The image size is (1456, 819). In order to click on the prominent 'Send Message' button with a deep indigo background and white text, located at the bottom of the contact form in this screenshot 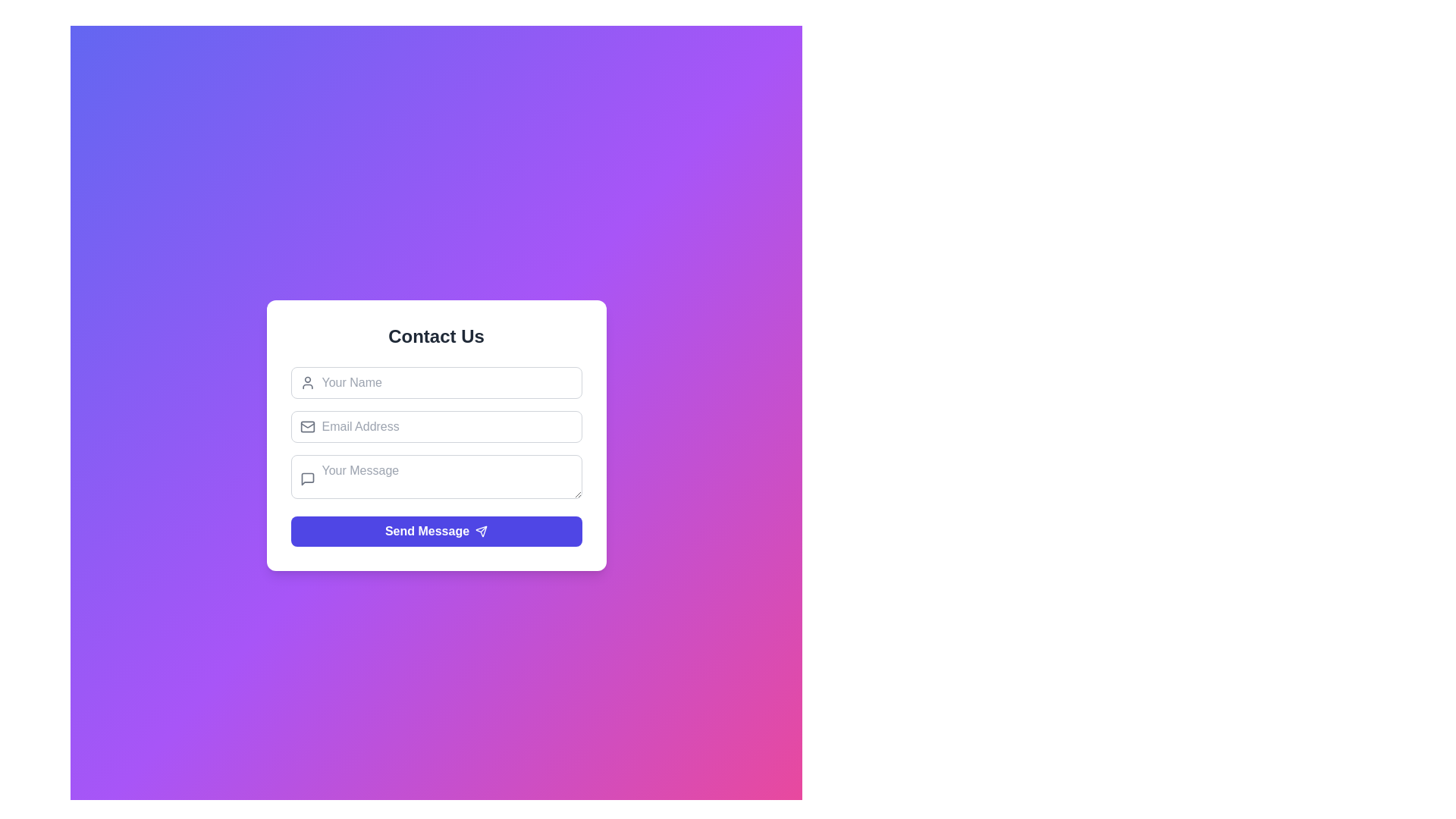, I will do `click(435, 530)`.